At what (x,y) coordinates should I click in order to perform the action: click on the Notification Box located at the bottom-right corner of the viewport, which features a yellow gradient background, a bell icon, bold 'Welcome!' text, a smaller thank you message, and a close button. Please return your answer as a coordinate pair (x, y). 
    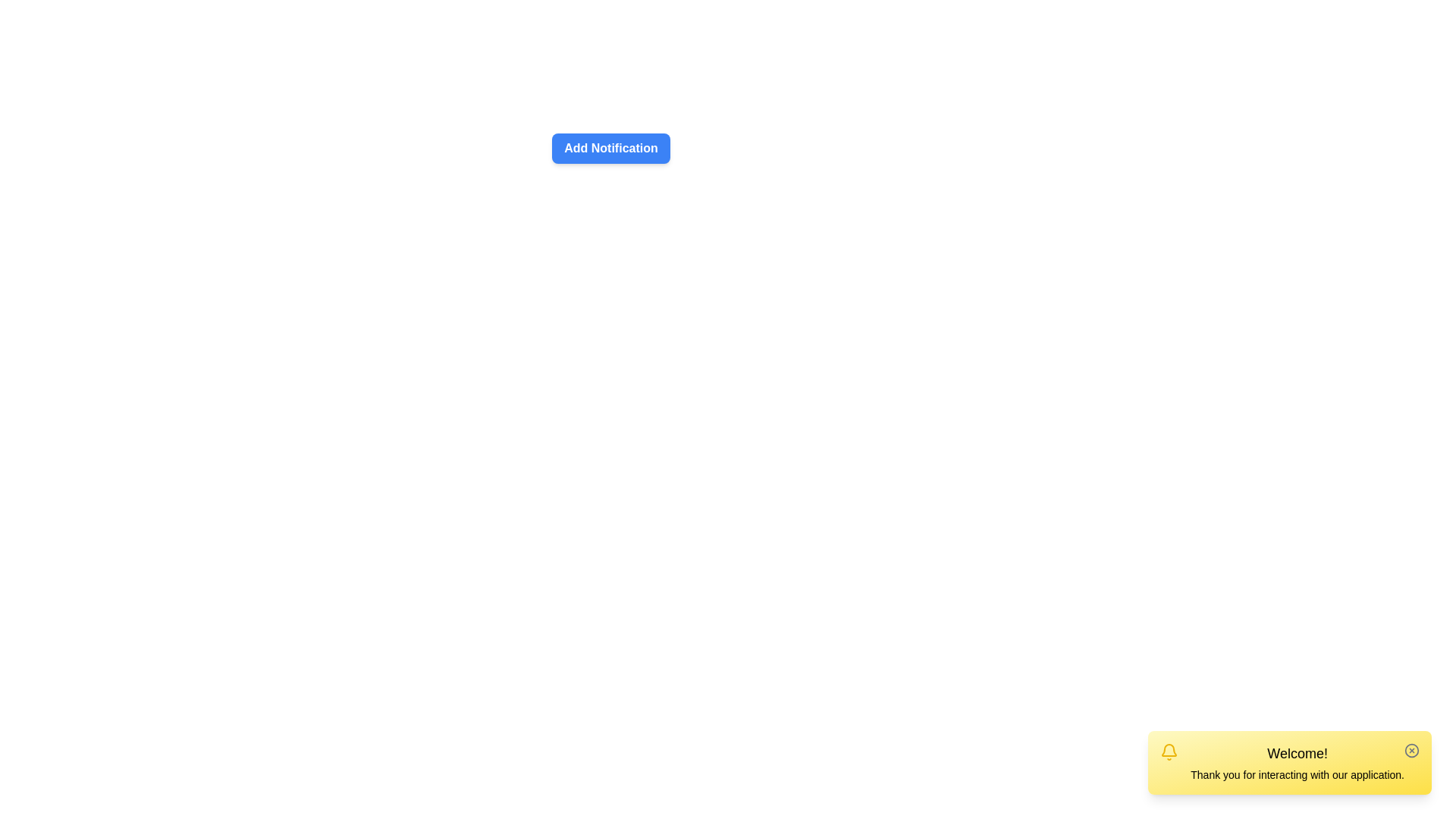
    Looking at the image, I should click on (1289, 763).